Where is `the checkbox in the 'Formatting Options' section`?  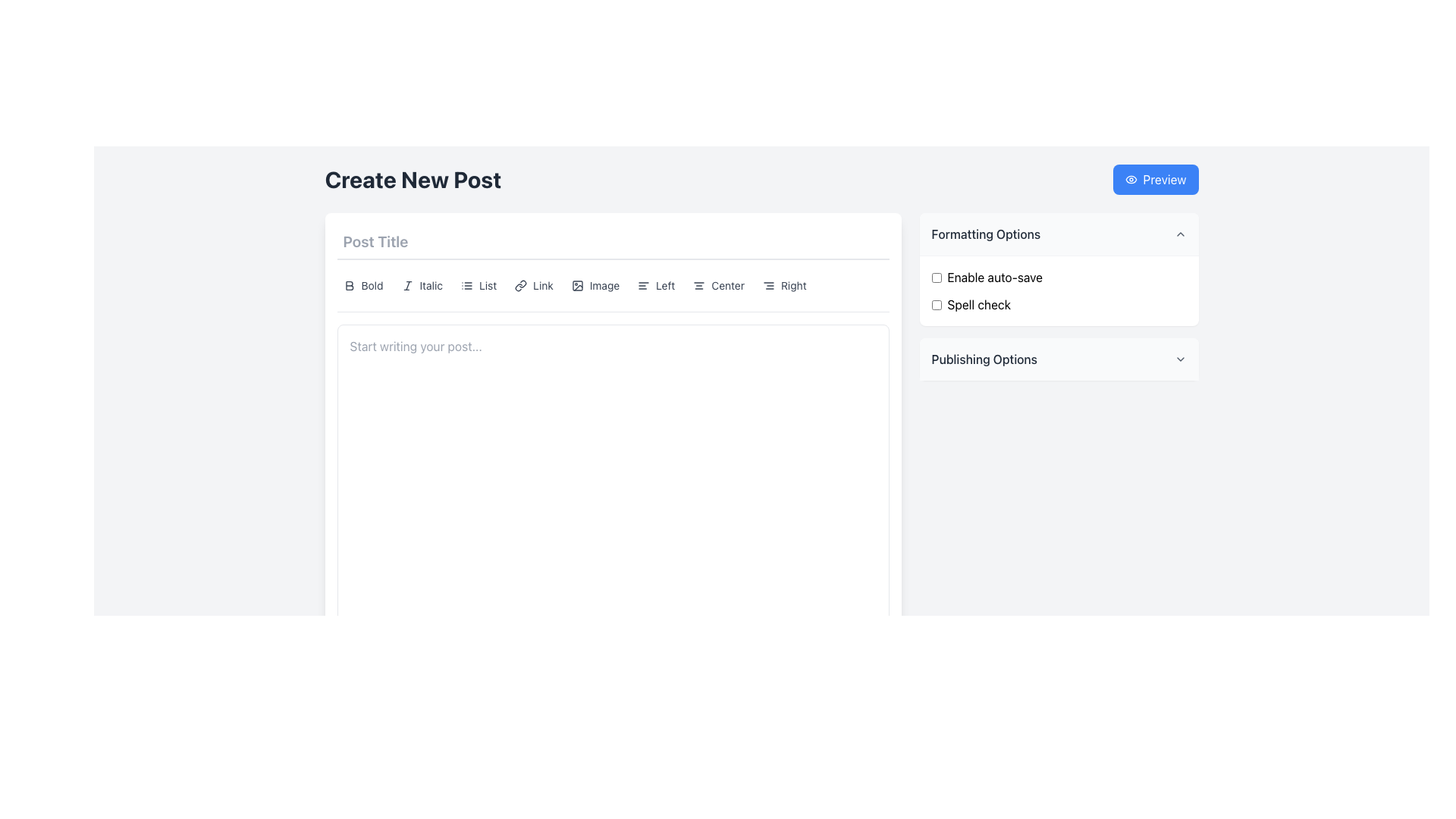 the checkbox in the 'Formatting Options' section is located at coordinates (1058, 304).